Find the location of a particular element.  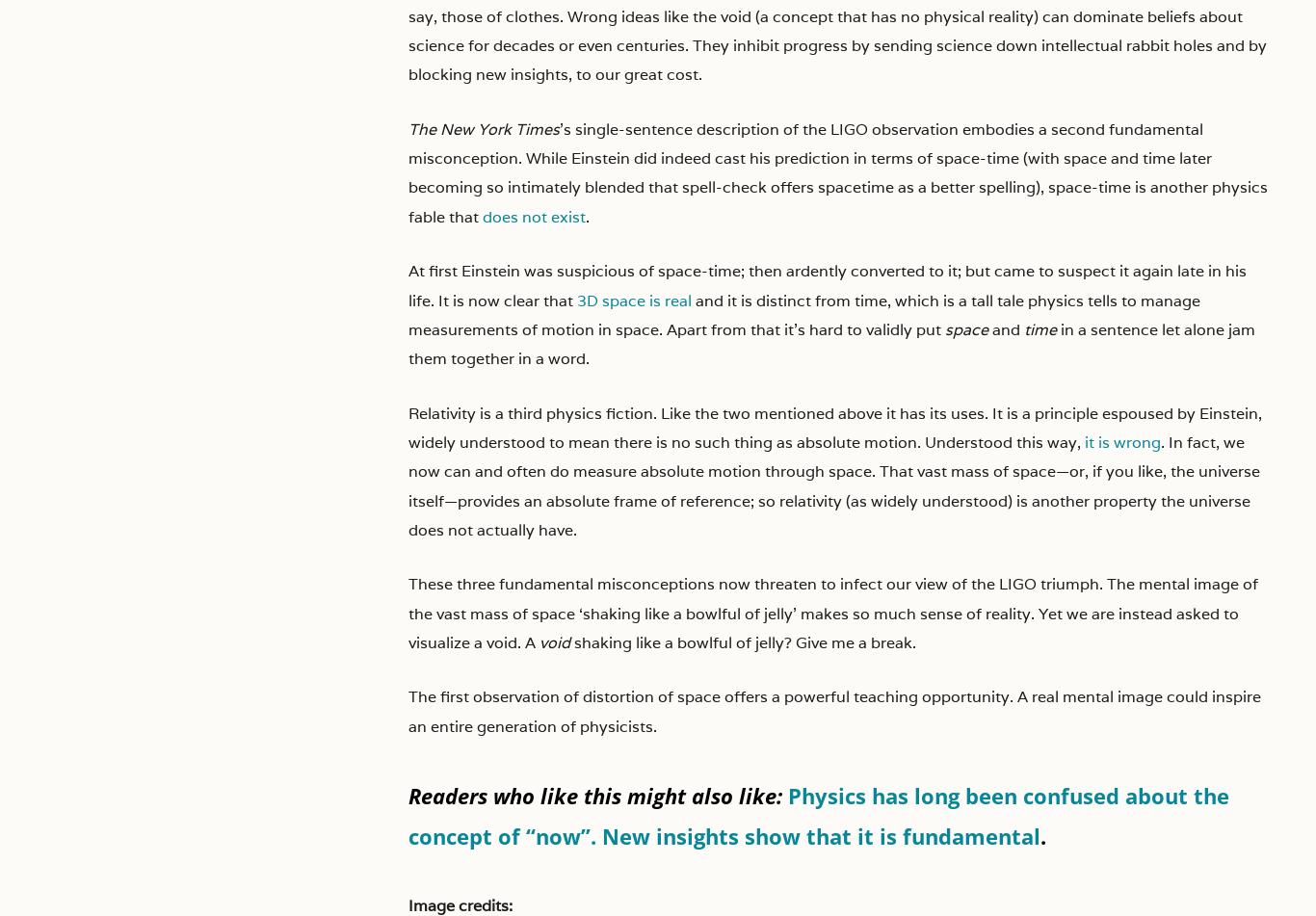

'and' is located at coordinates (987, 328).